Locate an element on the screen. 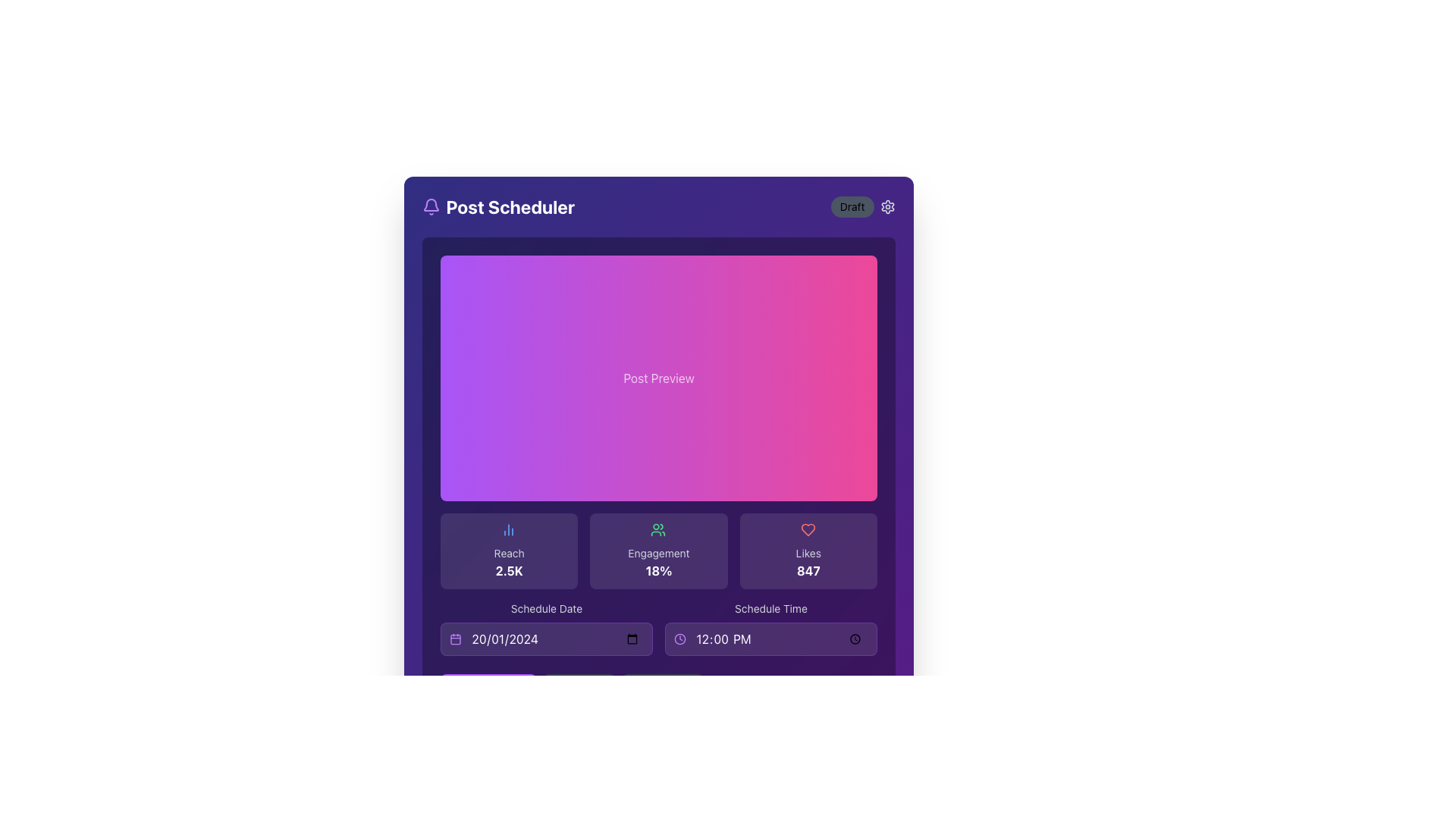 Image resolution: width=1456 pixels, height=819 pixels. the label text element that provides context for the date input field located above it in the scheduling section is located at coordinates (546, 607).